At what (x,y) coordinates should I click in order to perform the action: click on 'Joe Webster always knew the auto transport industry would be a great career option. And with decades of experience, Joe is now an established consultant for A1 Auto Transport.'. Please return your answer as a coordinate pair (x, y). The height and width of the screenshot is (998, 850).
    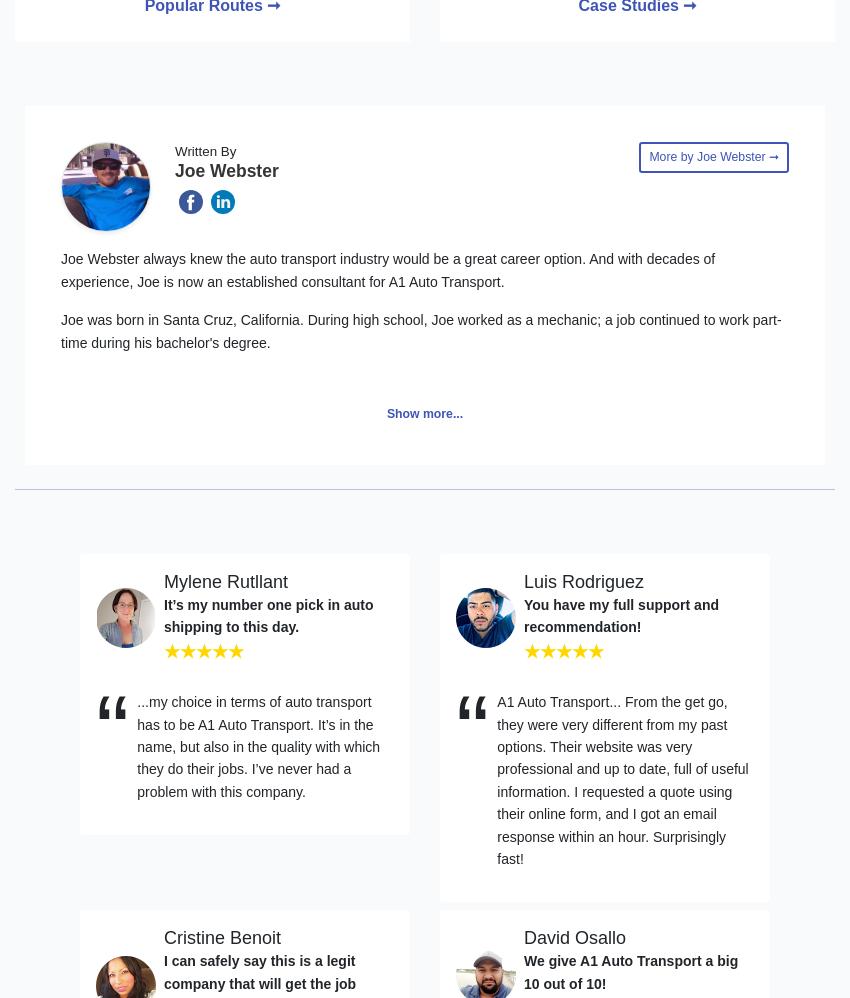
    Looking at the image, I should click on (388, 268).